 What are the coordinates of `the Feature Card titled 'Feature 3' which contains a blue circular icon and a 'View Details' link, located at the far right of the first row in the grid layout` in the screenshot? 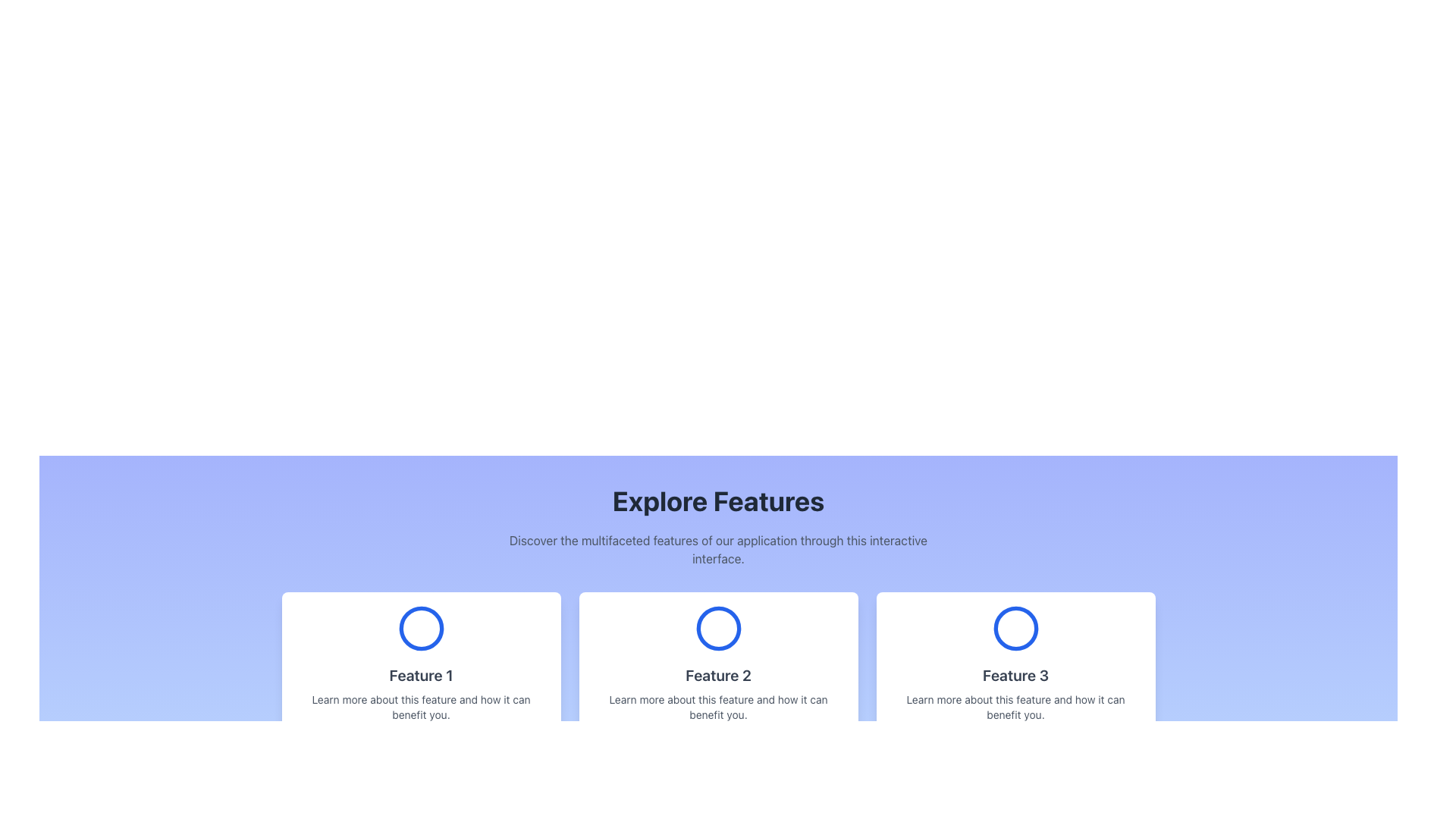 It's located at (1015, 677).